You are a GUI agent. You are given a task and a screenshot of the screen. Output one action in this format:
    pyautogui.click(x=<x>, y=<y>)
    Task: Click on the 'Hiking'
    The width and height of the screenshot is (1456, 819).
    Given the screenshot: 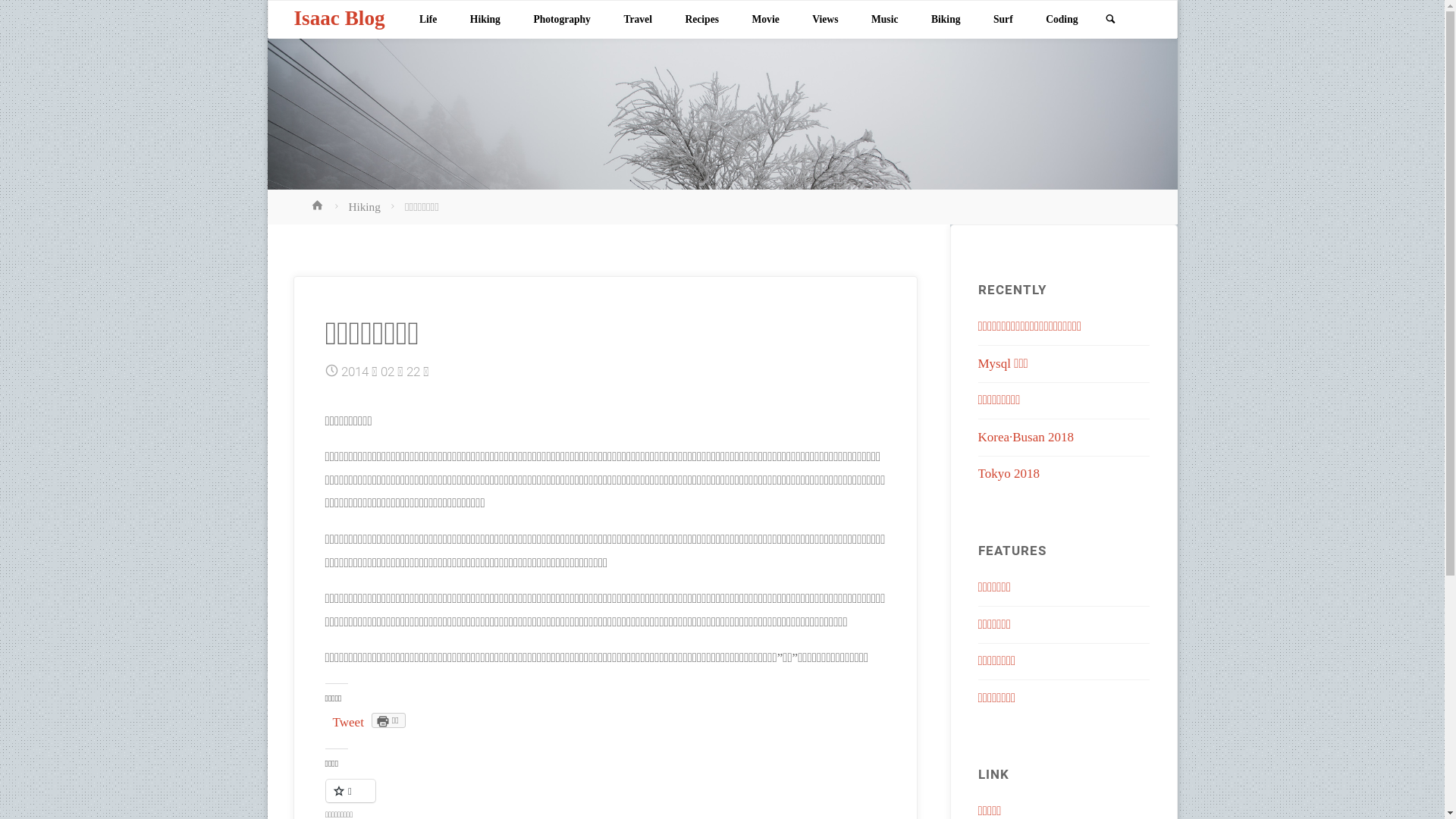 What is the action you would take?
    pyautogui.click(x=484, y=20)
    